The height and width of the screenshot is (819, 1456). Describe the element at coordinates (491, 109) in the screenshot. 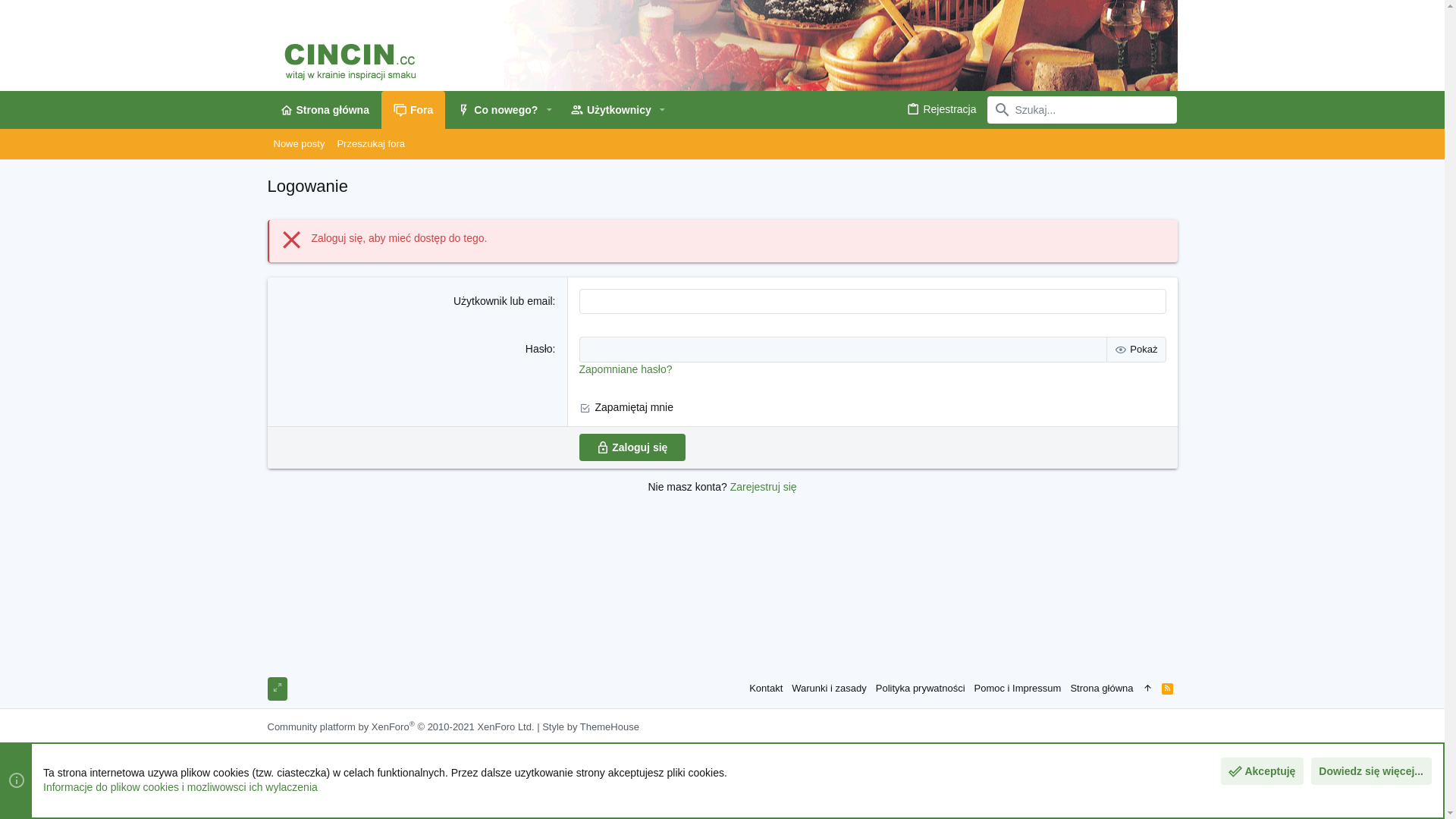

I see `'Co nowego?'` at that location.